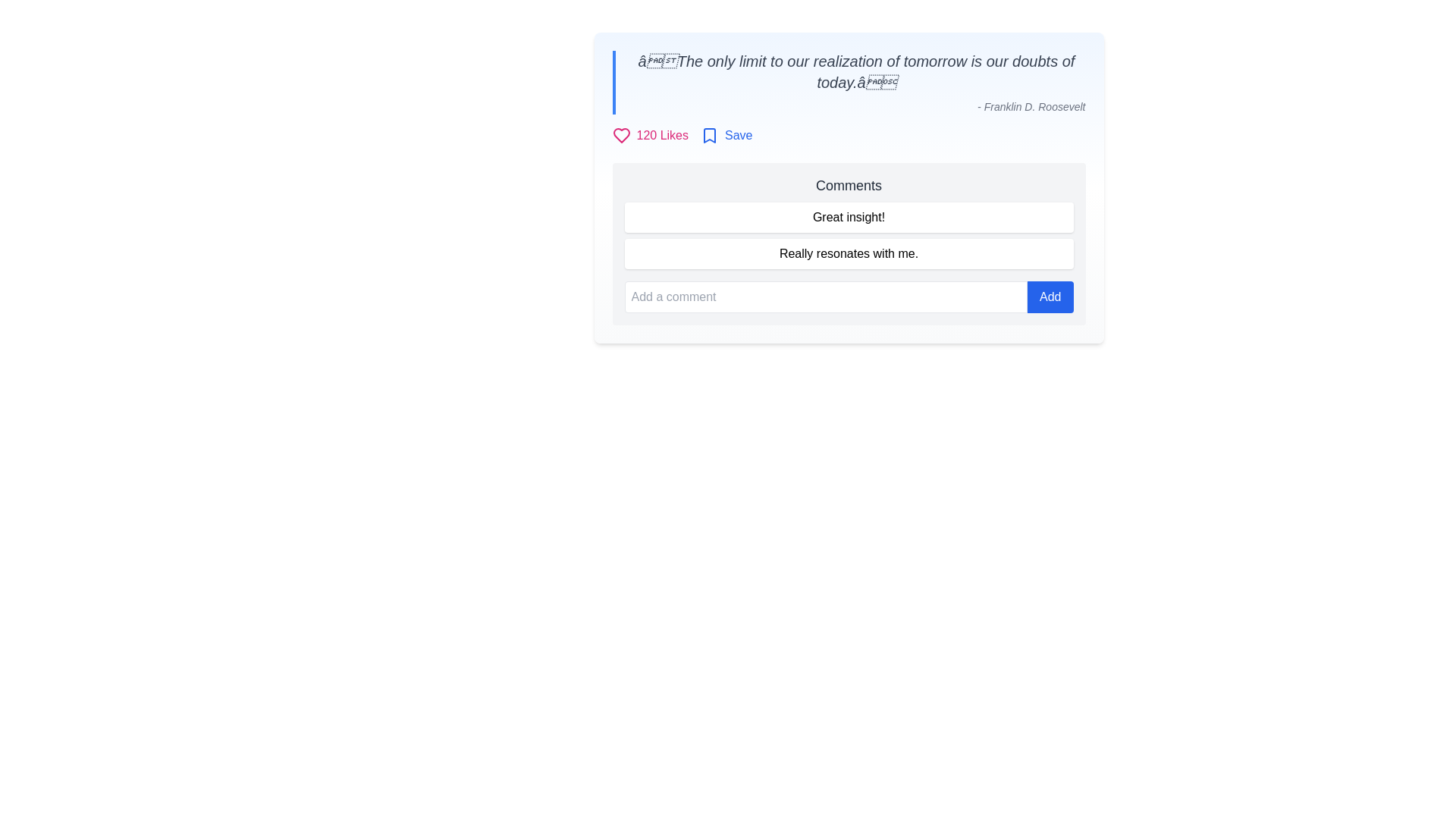  Describe the element at coordinates (726, 134) in the screenshot. I see `the blue 'Save' button with a bookmark icon located to the right of the '120 Likes' section, centered vertically within the quote display area` at that location.